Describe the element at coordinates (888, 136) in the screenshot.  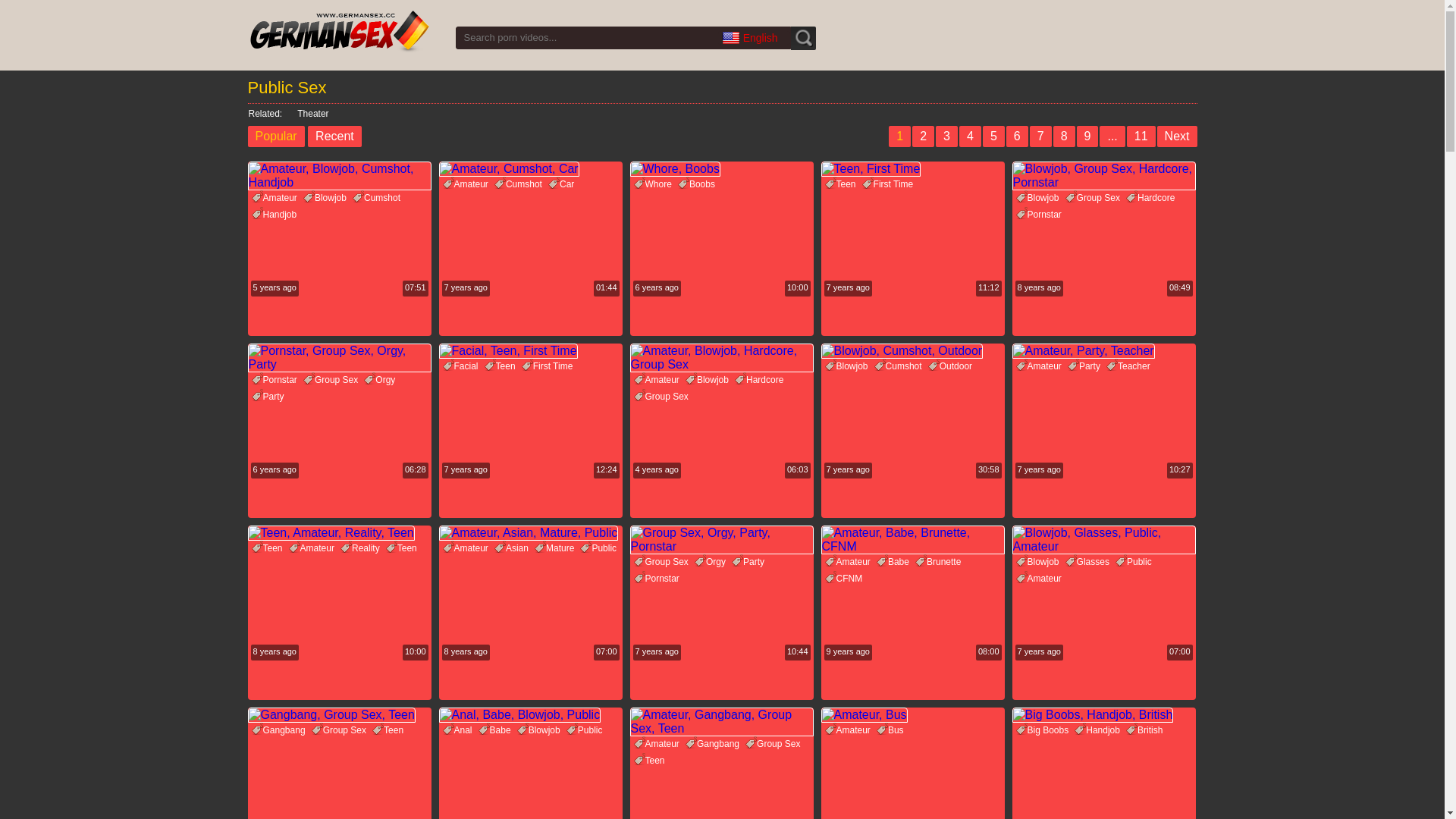
I see `'1'` at that location.